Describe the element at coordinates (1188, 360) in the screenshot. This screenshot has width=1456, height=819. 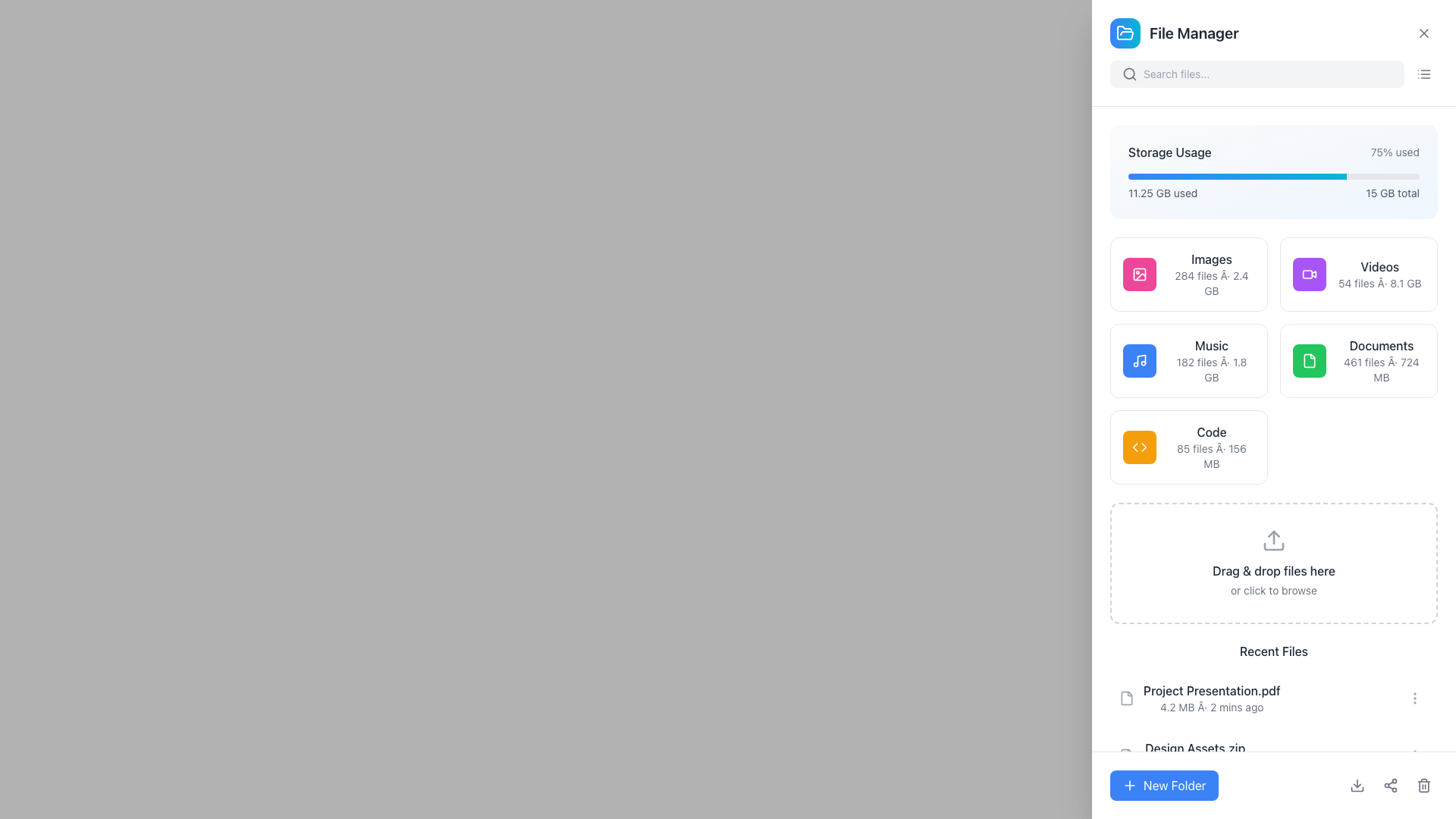
I see `the navigational button that directs the user to the 'Music' section, positioned in the third position within a grid layout of file categories, between the 'Videos' button and the 'Documents' button` at that location.